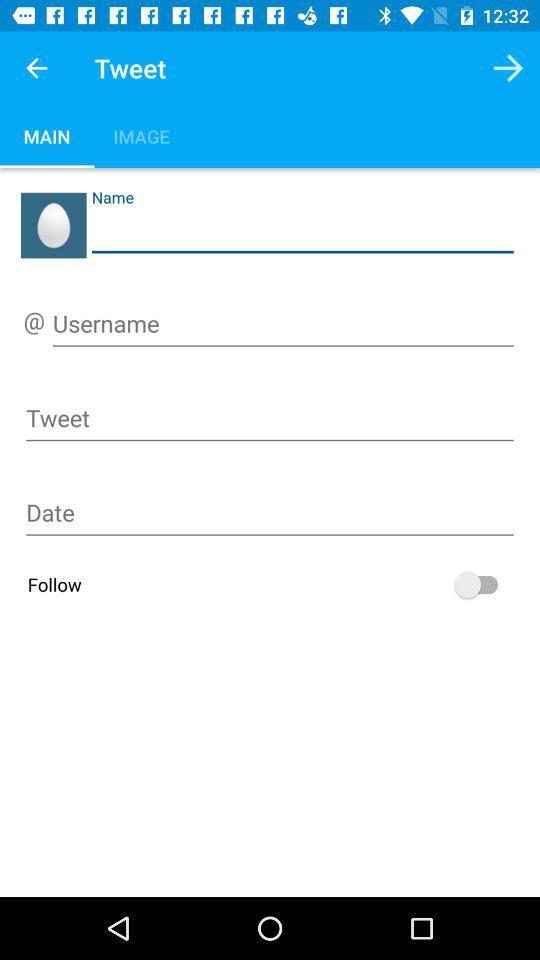 This screenshot has height=960, width=540. I want to click on date text bbox, so click(270, 515).